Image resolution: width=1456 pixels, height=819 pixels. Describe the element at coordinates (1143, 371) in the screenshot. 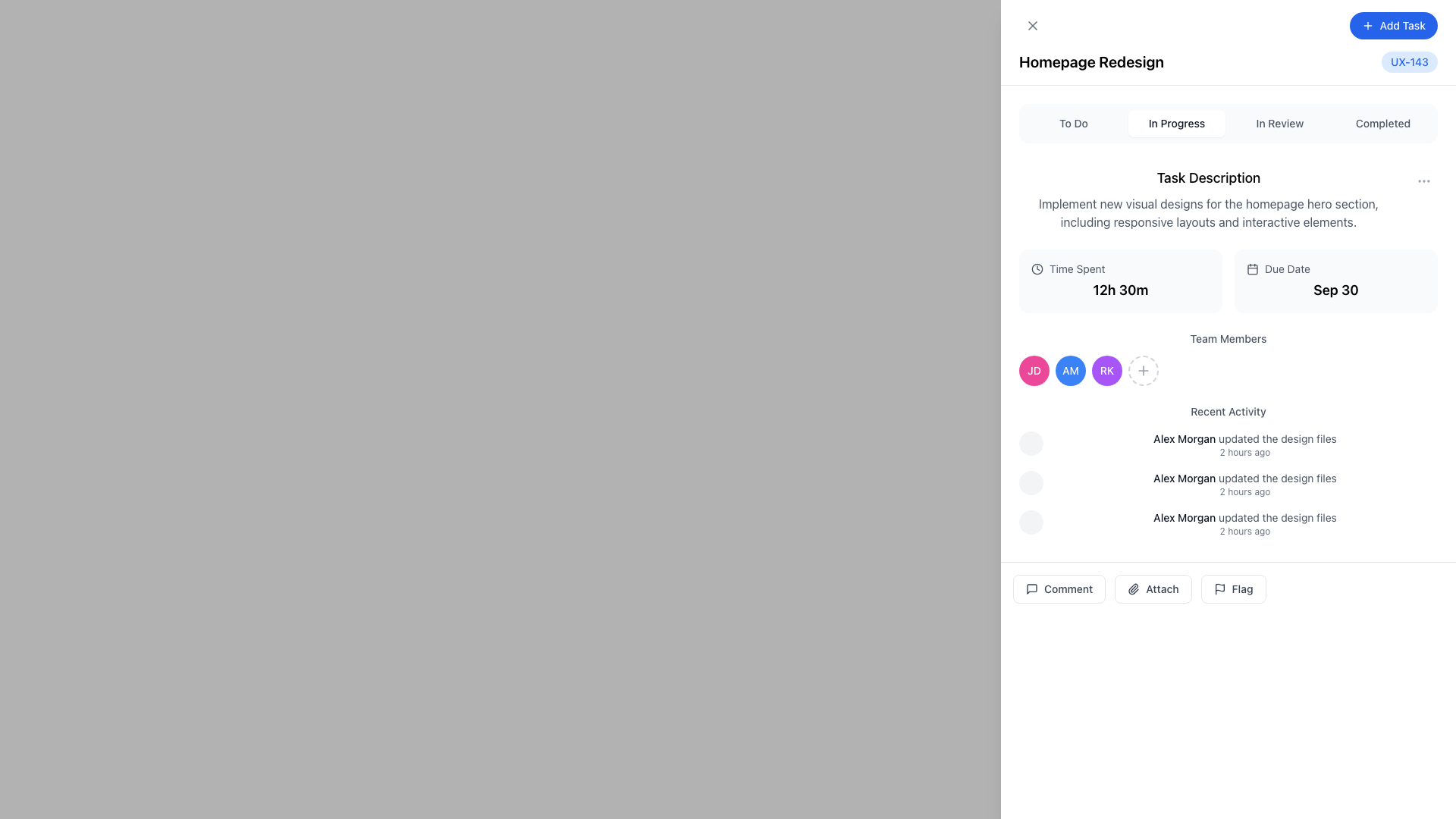

I see `the plus-shaped icon button within the 'Team Members' section for keyboard interaction` at that location.